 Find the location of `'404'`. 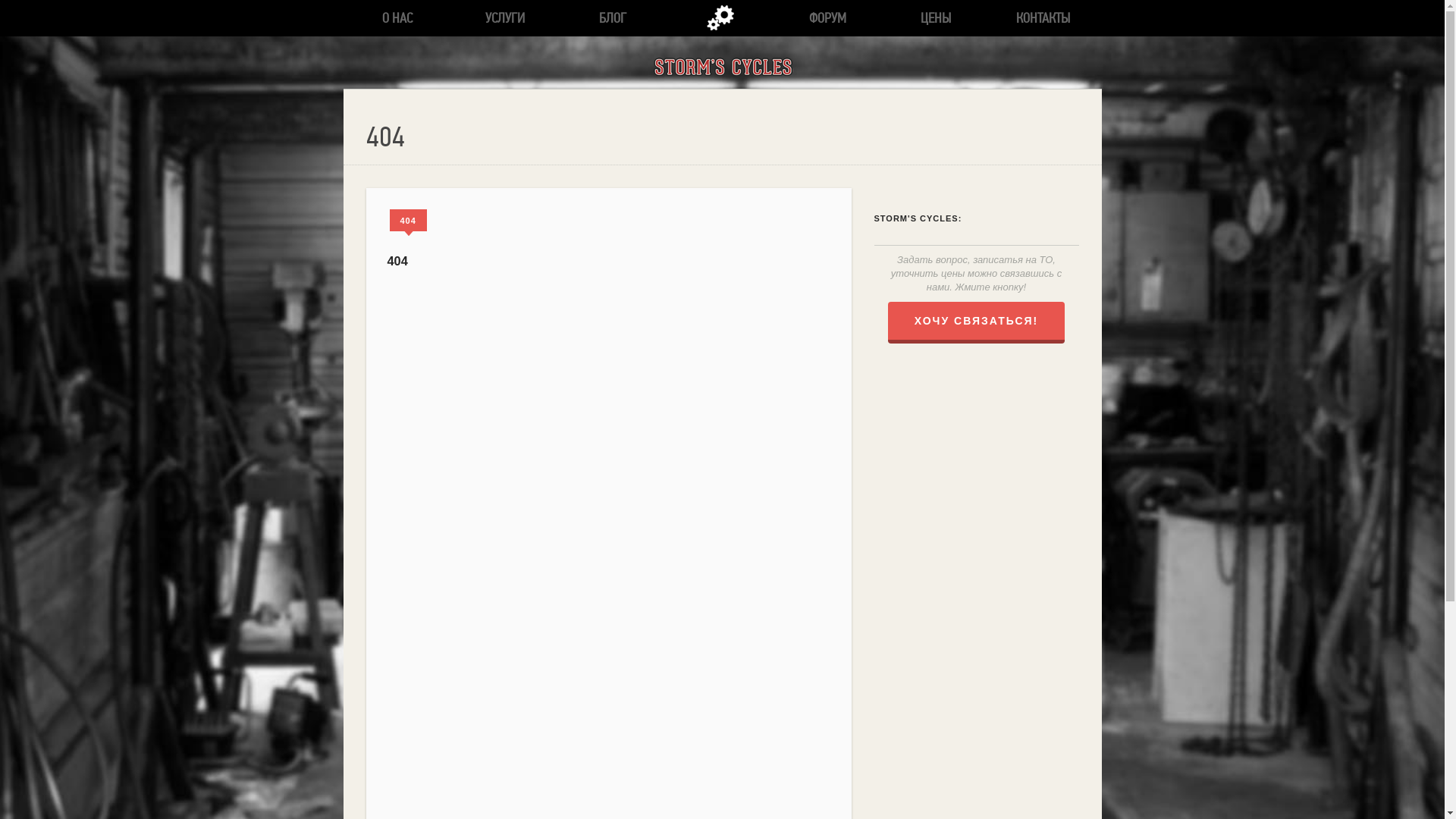

'404' is located at coordinates (408, 220).